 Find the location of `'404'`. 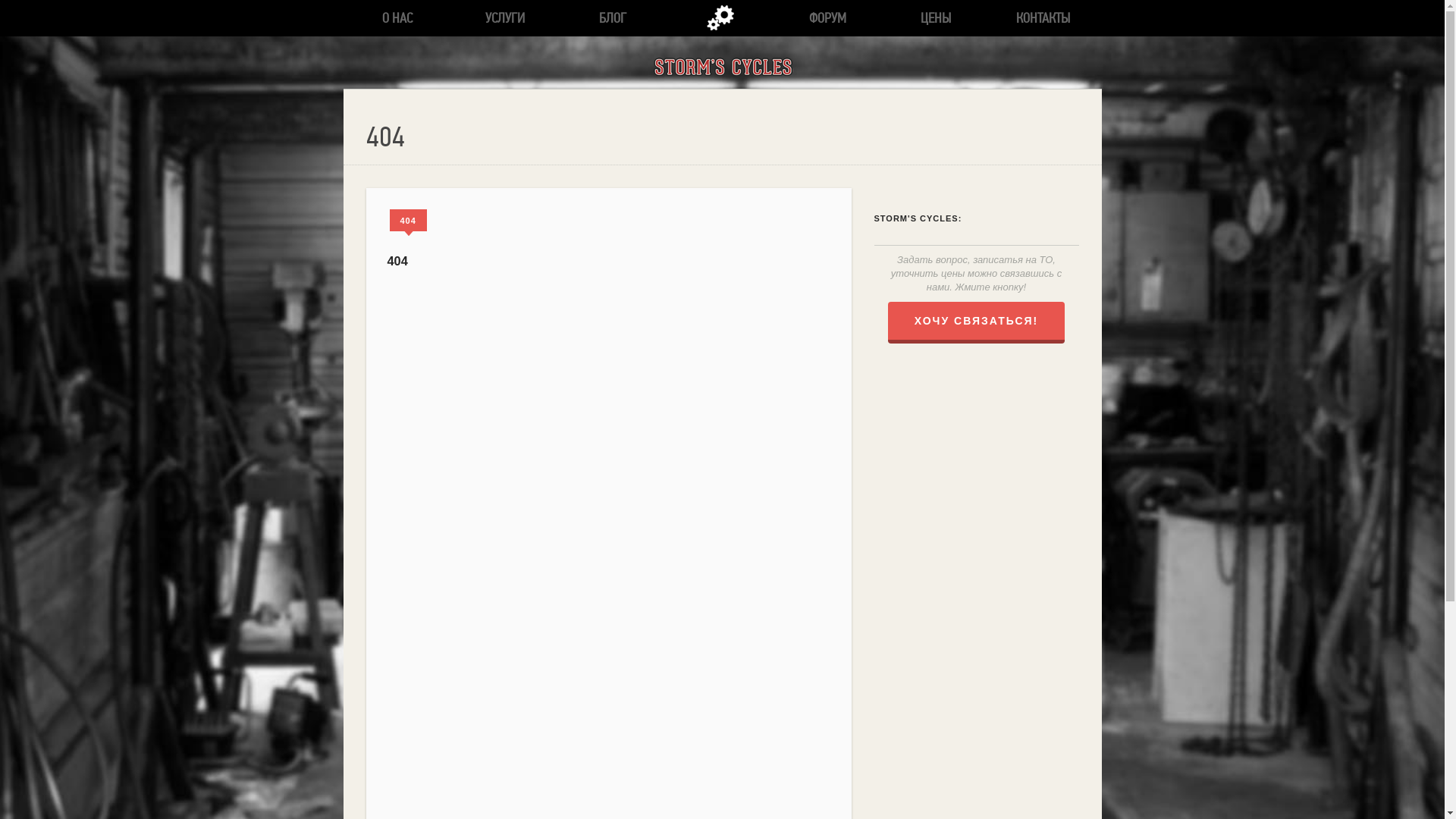

'404' is located at coordinates (408, 220).